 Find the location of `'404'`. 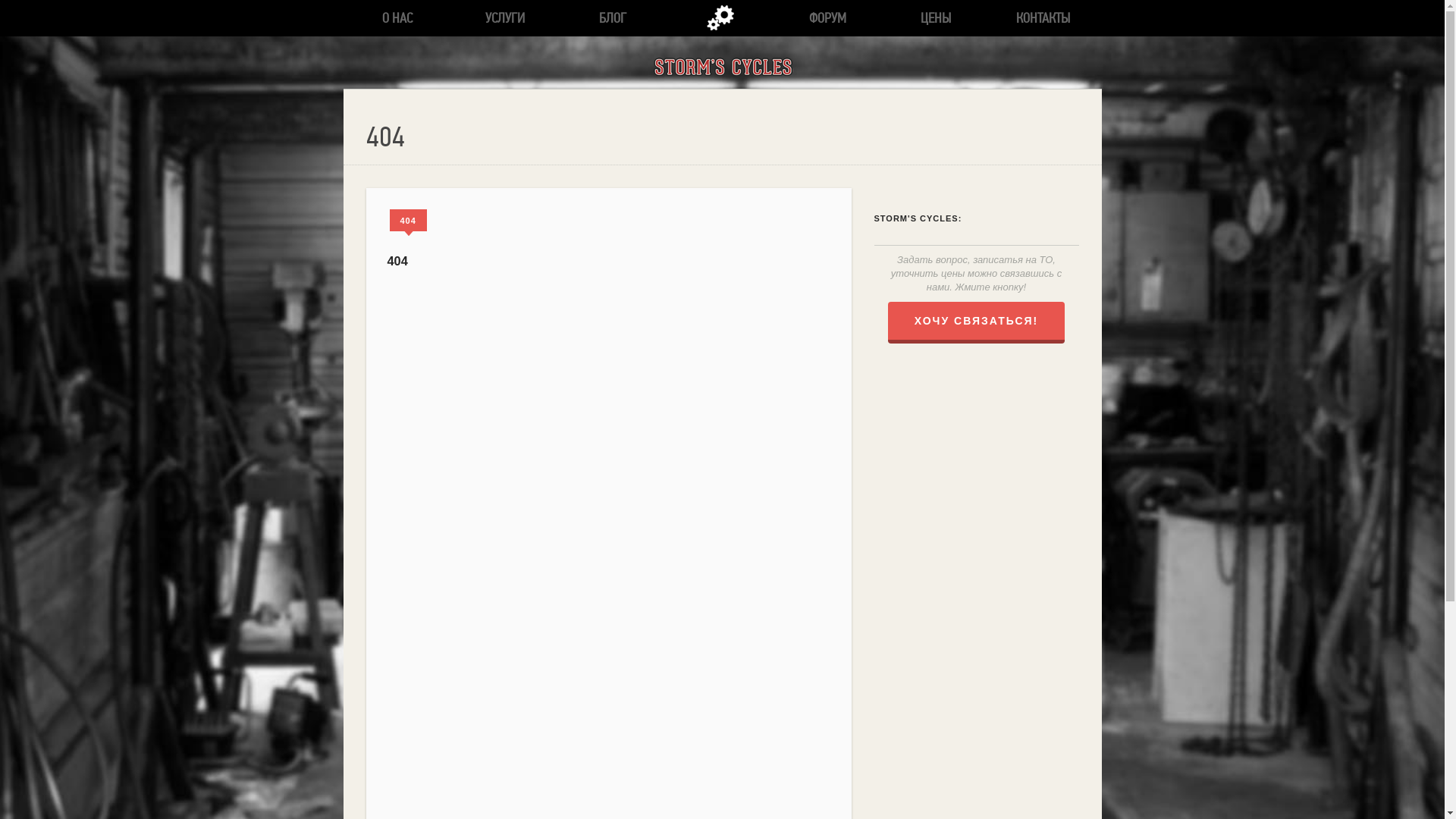

'404' is located at coordinates (408, 220).